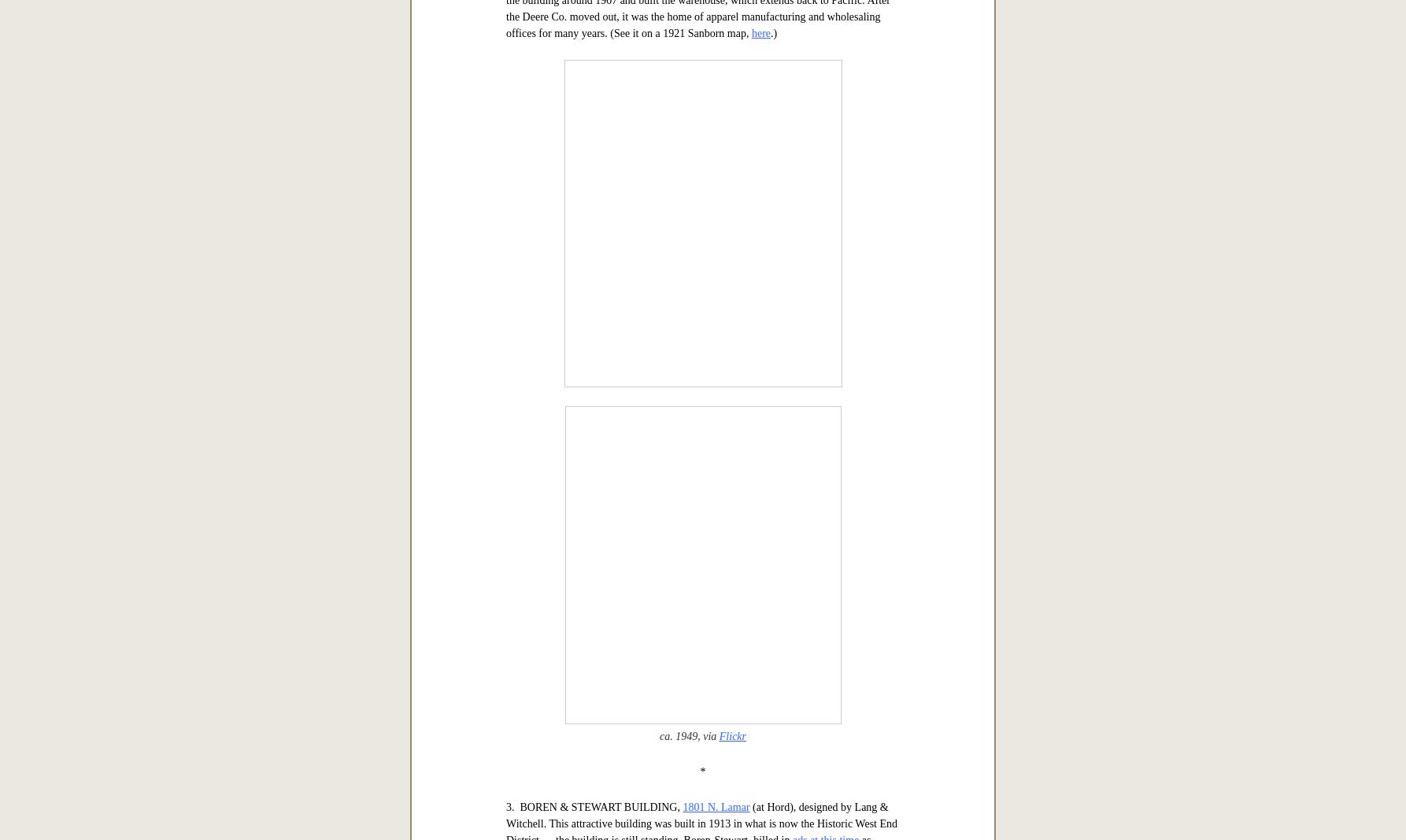 This screenshot has height=840, width=1406. What do you see at coordinates (746, 157) in the screenshot?
I see `'Commerce & Market'` at bounding box center [746, 157].